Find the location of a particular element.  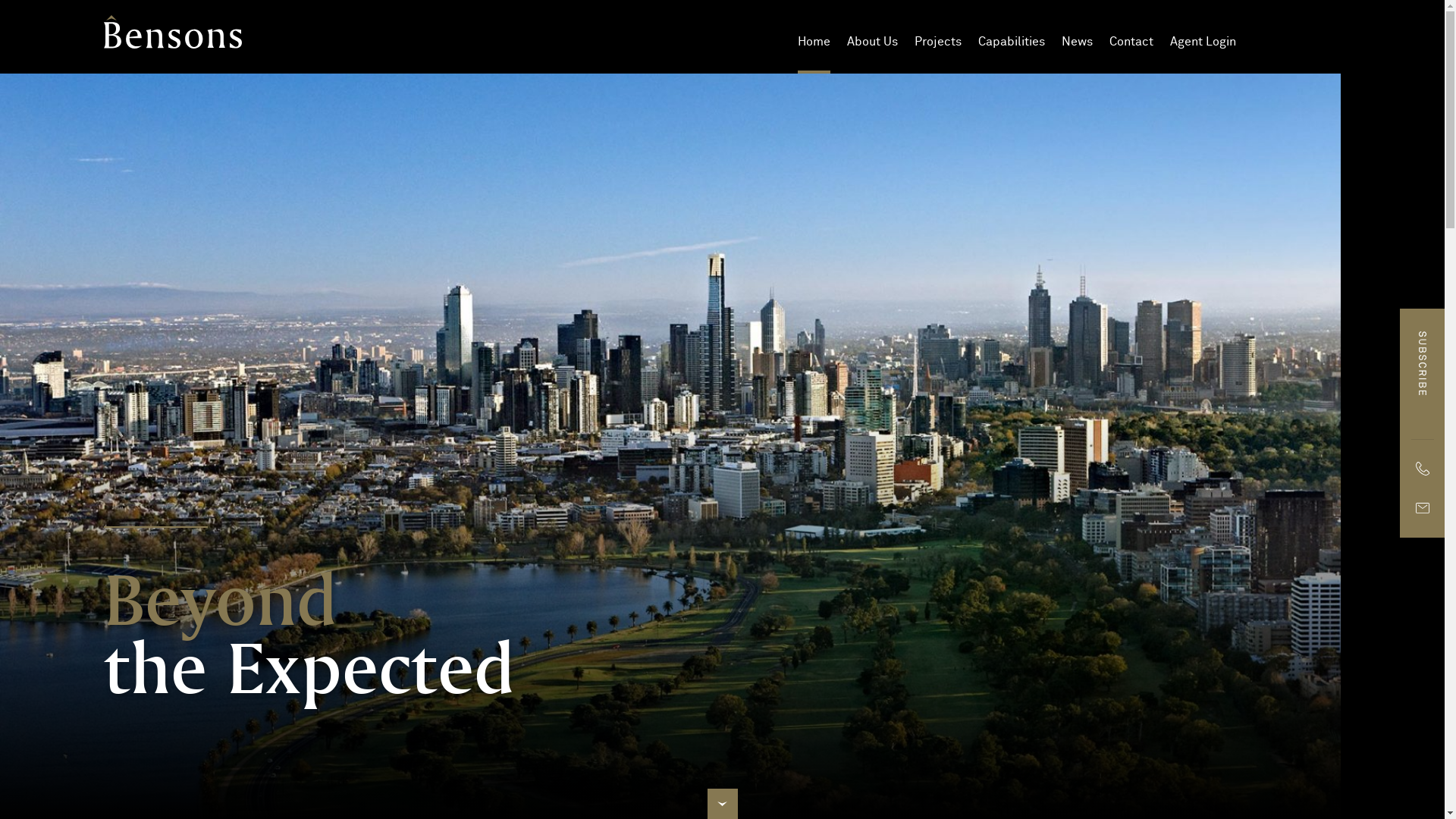

'Capabilities' is located at coordinates (1012, 40).